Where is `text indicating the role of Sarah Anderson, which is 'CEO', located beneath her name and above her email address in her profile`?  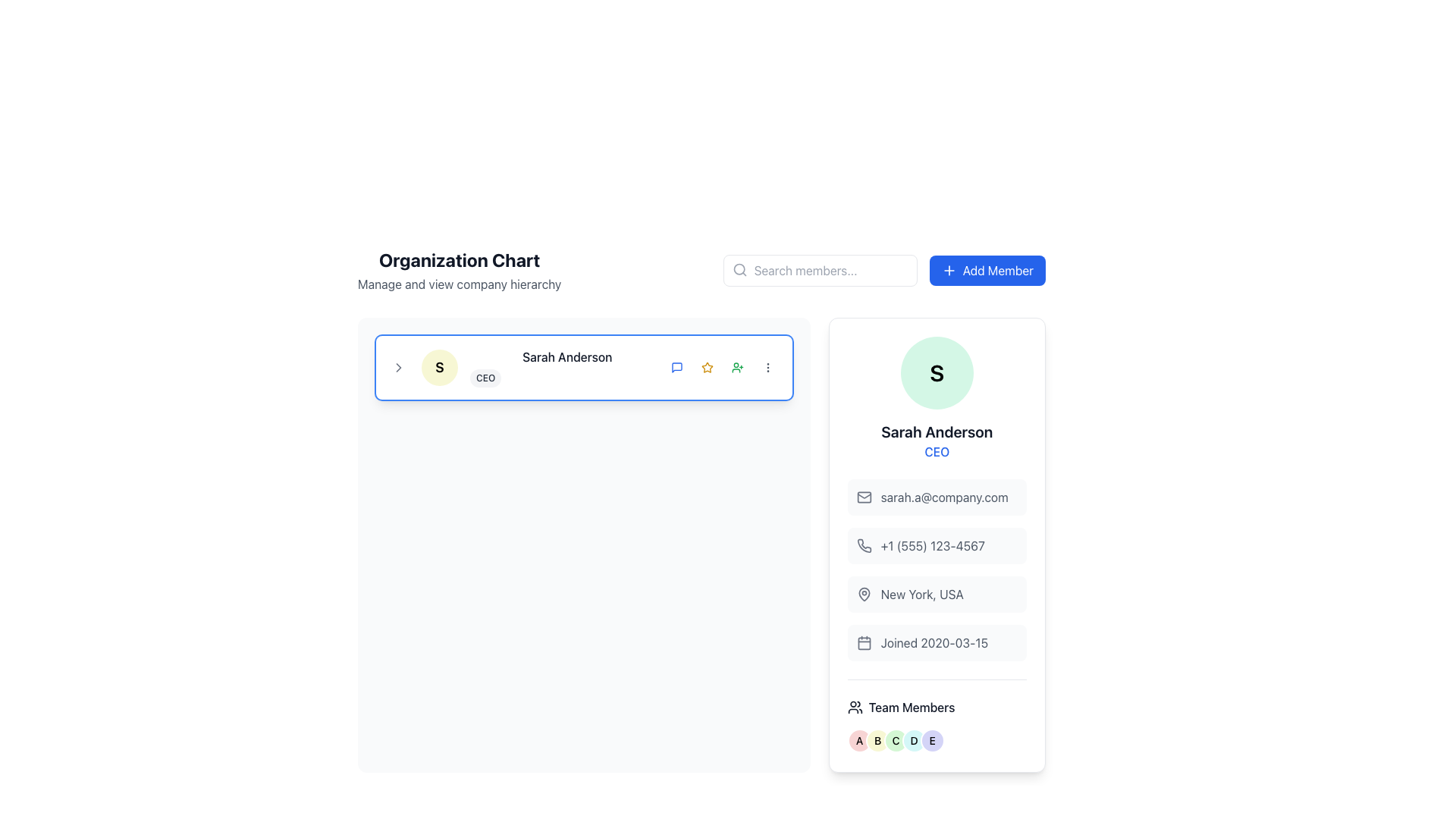 text indicating the role of Sarah Anderson, which is 'CEO', located beneath her name and above her email address in her profile is located at coordinates (936, 451).